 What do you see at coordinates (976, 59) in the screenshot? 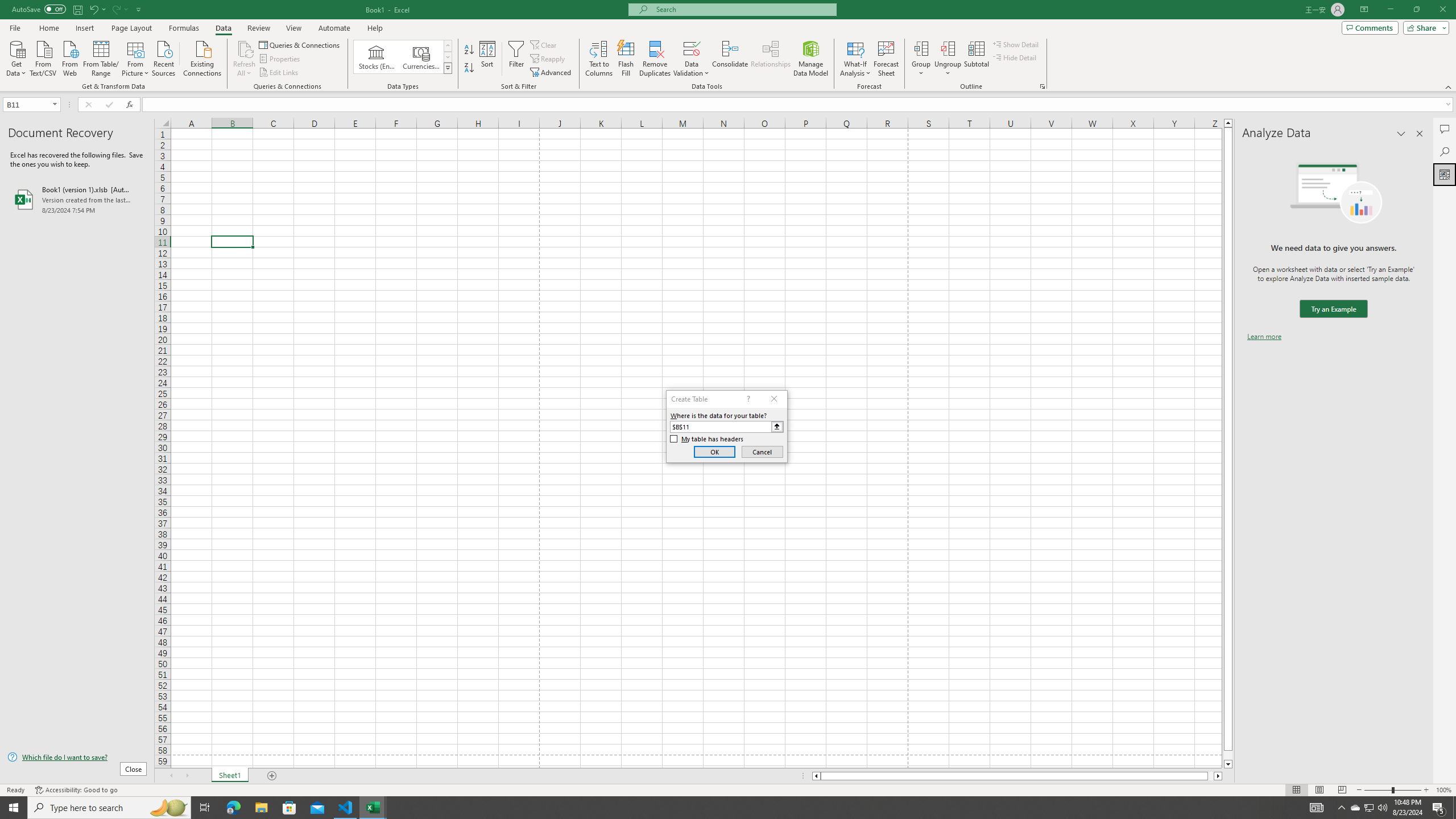
I see `'Subtotal'` at bounding box center [976, 59].